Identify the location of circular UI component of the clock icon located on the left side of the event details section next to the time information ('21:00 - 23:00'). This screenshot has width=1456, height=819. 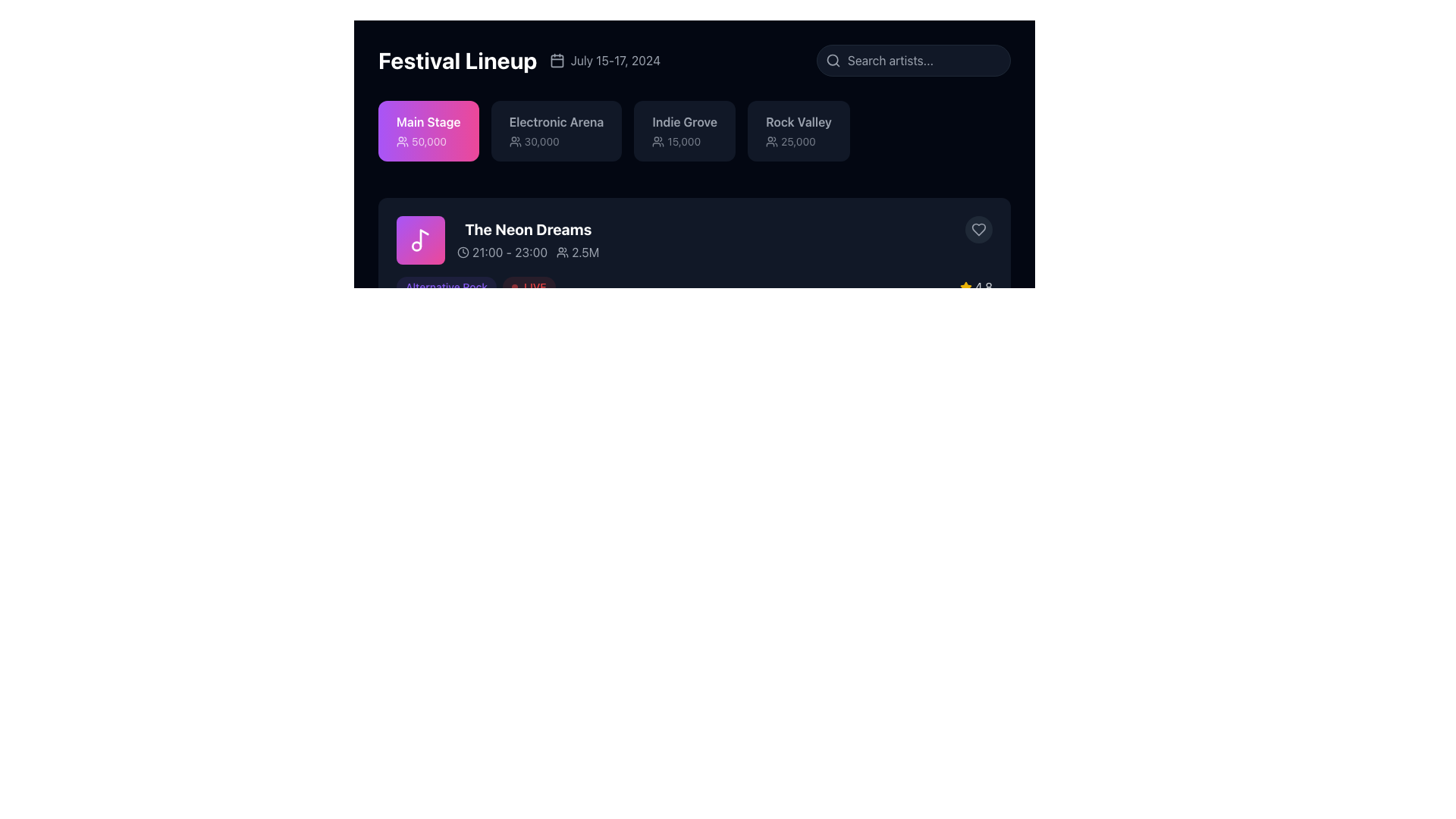
(462, 251).